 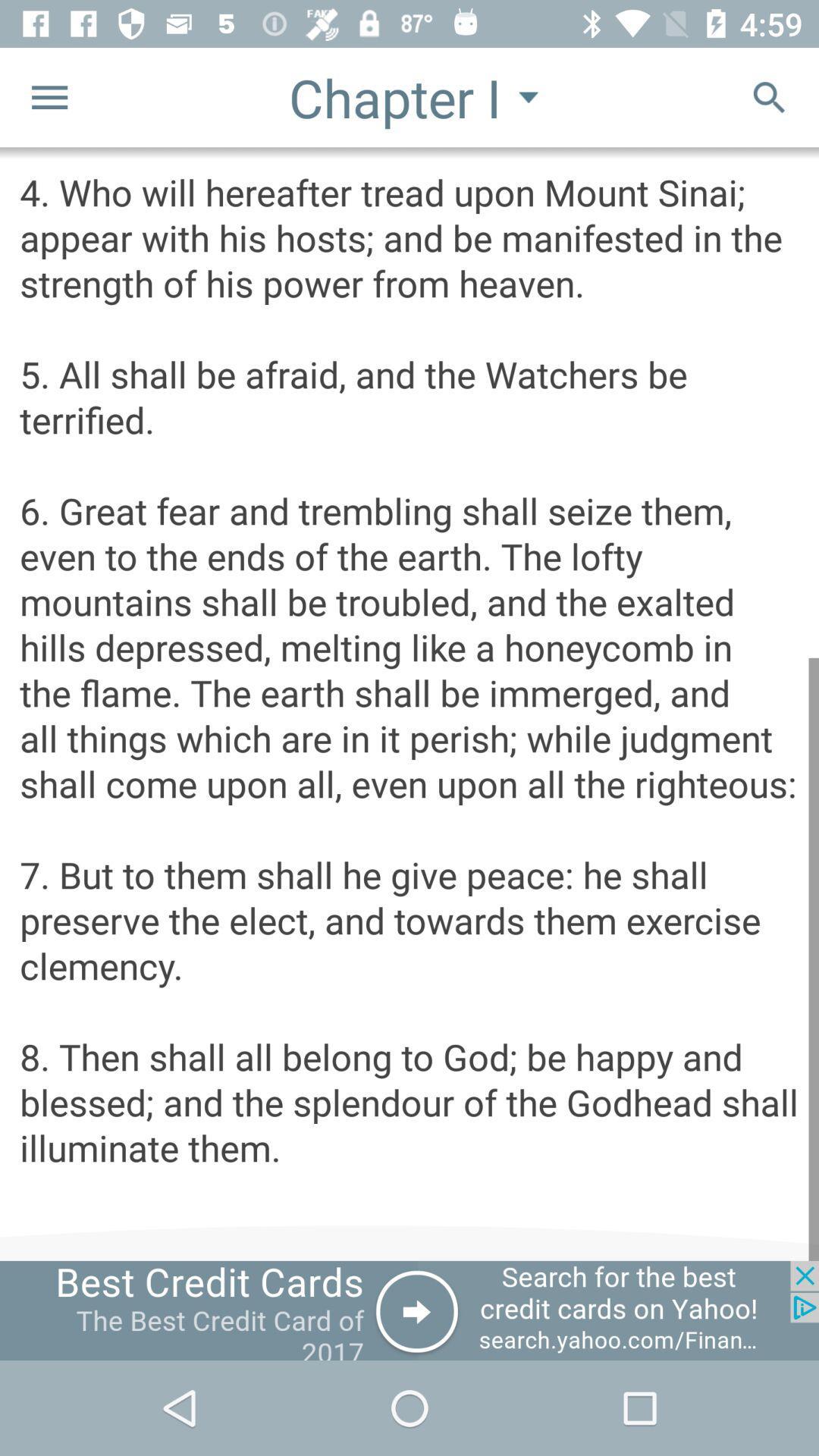 What do you see at coordinates (769, 96) in the screenshot?
I see `the search icon` at bounding box center [769, 96].